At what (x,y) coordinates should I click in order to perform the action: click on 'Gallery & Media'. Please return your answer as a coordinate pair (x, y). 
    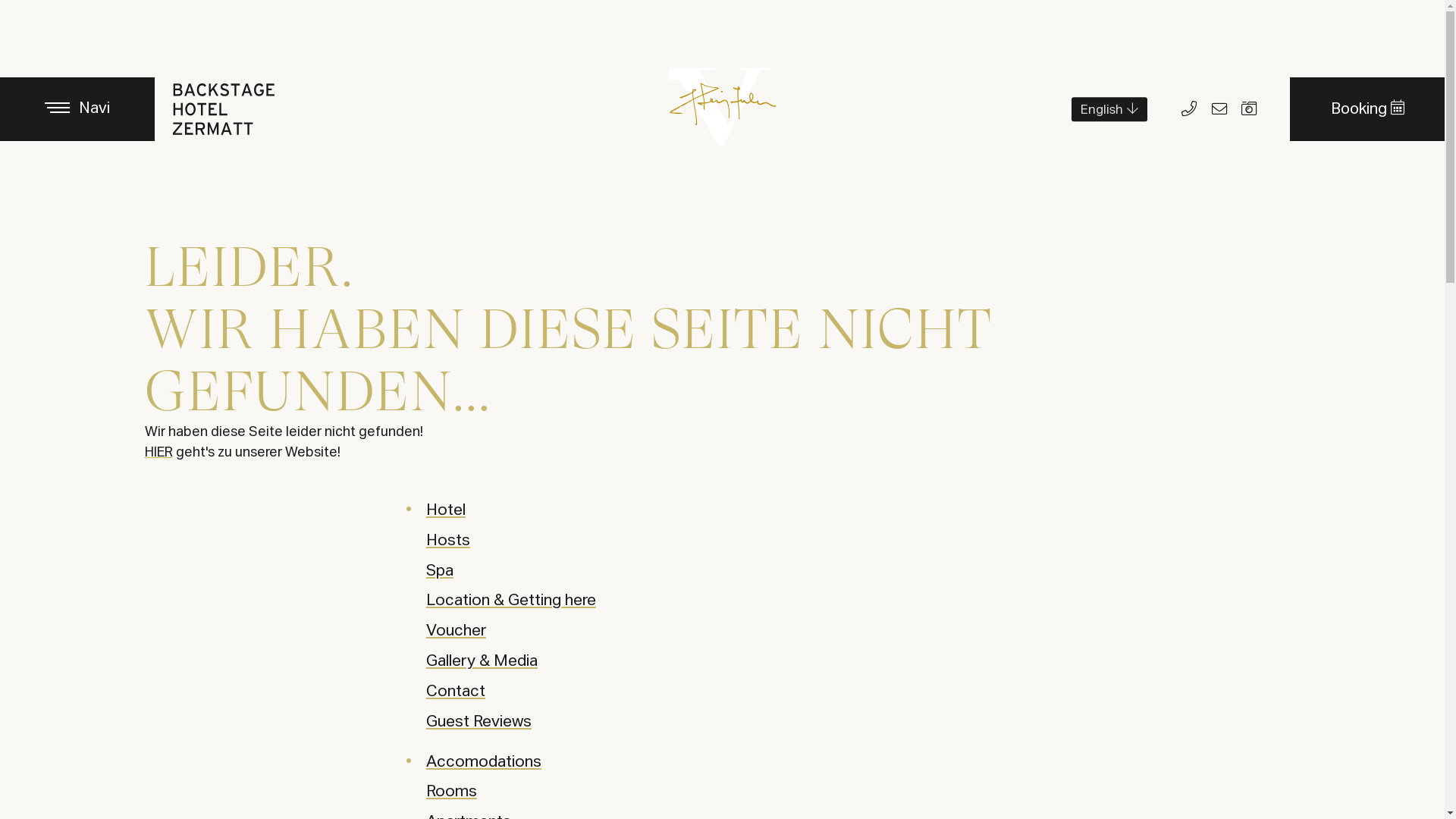
    Looking at the image, I should click on (425, 661).